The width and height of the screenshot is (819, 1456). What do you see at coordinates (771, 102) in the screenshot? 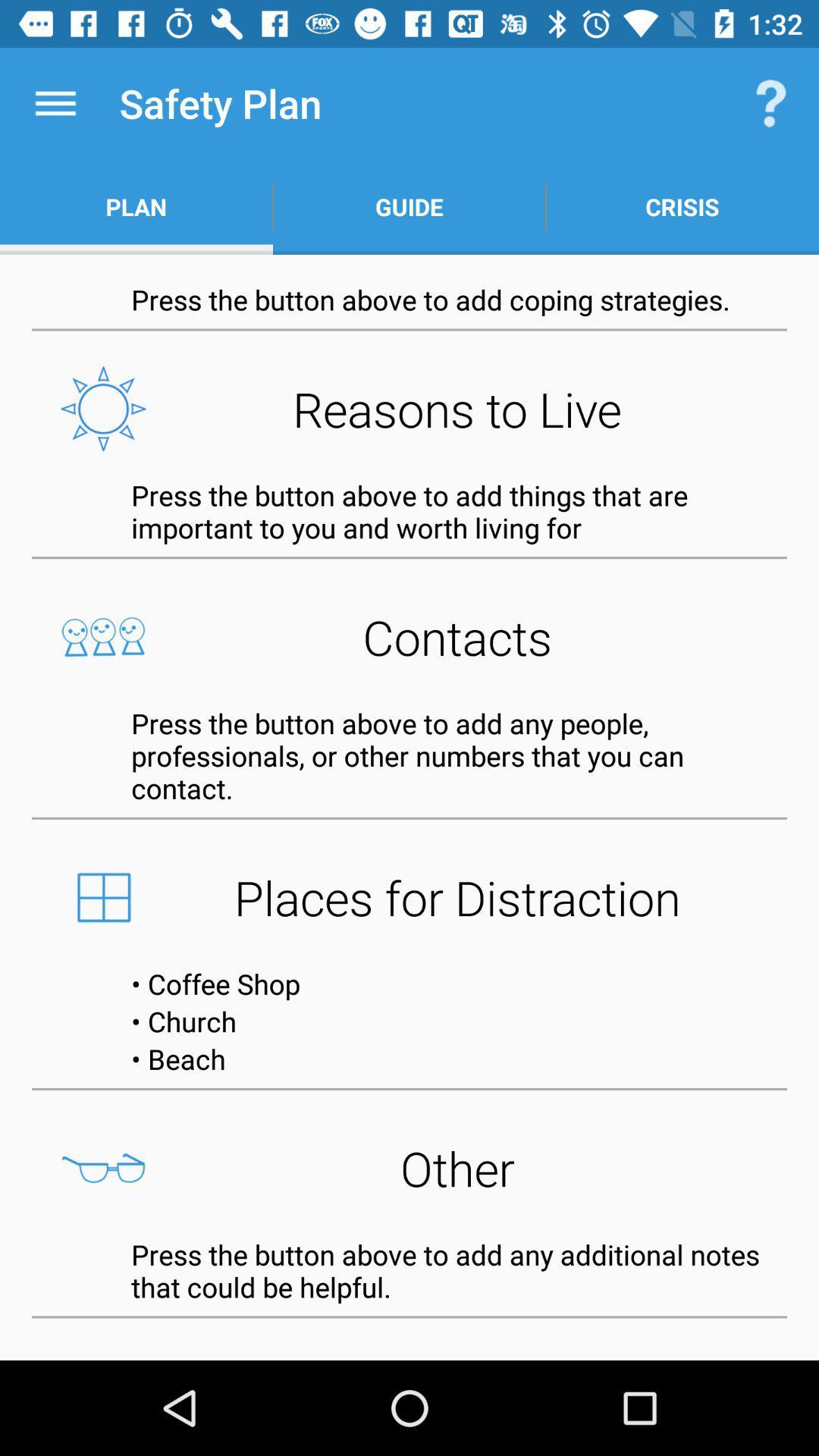
I see `app next to the guide` at bounding box center [771, 102].